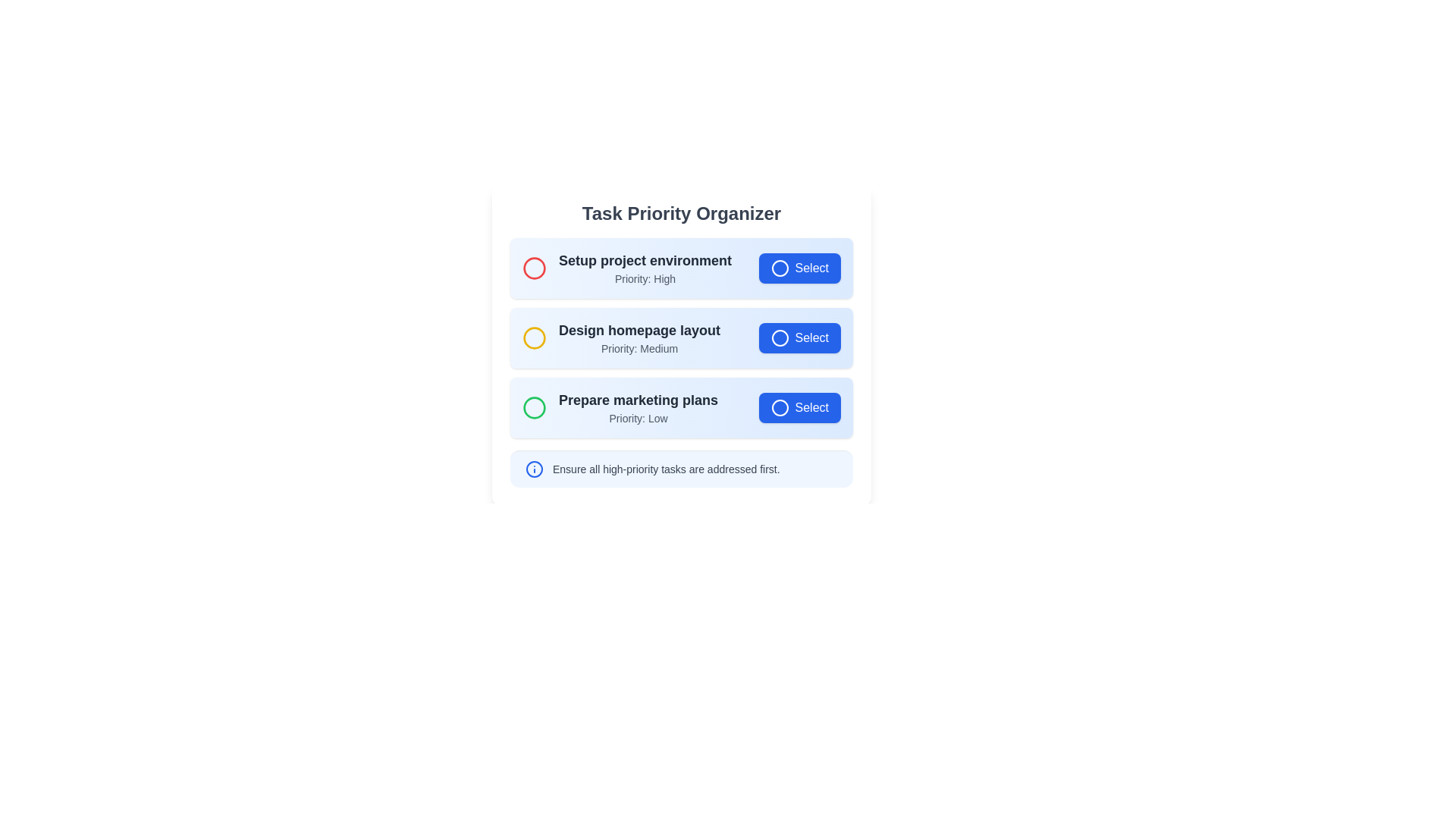 This screenshot has width=1456, height=819. What do you see at coordinates (645, 278) in the screenshot?
I see `text content of the descriptive label indicating the priority level of the task associated with 'Setup project environment' in the 'Task Priority Organizer' interface` at bounding box center [645, 278].